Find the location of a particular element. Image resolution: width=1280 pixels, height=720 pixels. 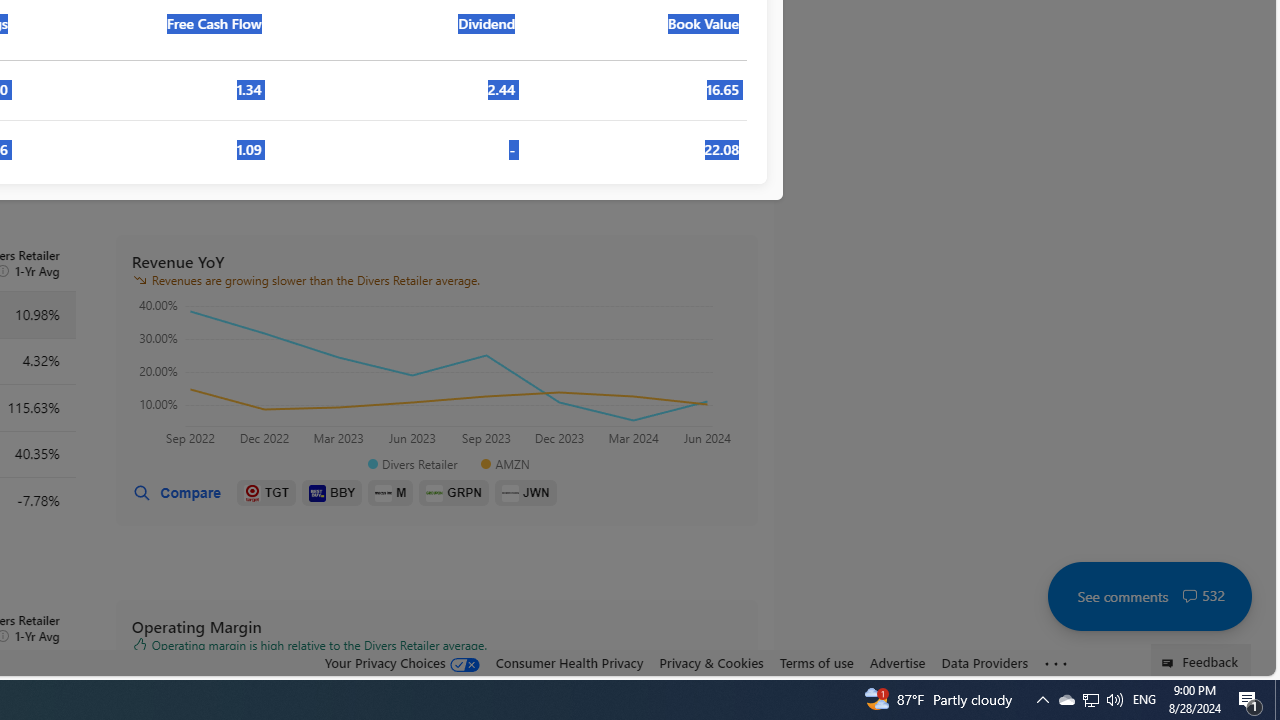

'Class: feedback_link_icon-DS-EntryPoint1-1' is located at coordinates (1171, 663).